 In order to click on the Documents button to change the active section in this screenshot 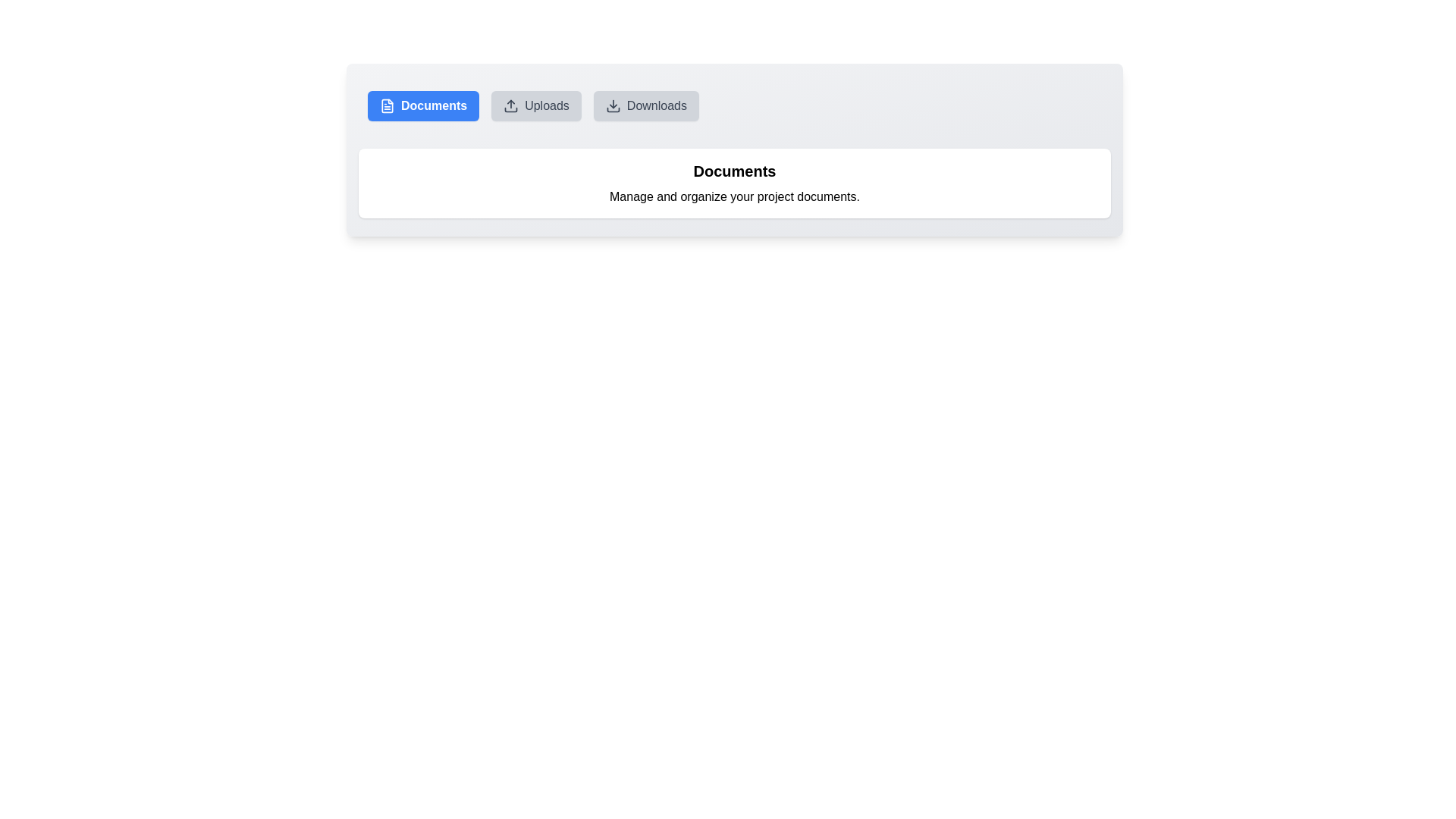, I will do `click(422, 105)`.